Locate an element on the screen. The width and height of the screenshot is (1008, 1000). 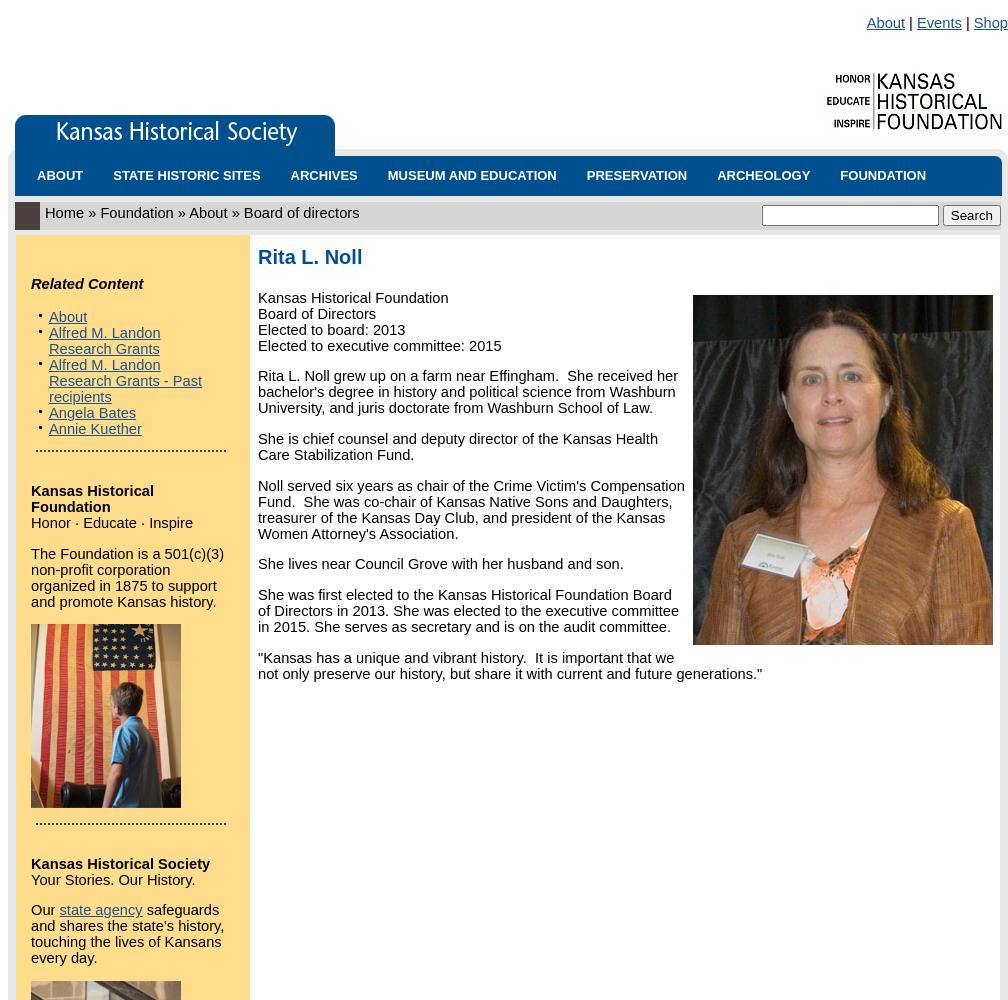
'Shop' is located at coordinates (990, 22).